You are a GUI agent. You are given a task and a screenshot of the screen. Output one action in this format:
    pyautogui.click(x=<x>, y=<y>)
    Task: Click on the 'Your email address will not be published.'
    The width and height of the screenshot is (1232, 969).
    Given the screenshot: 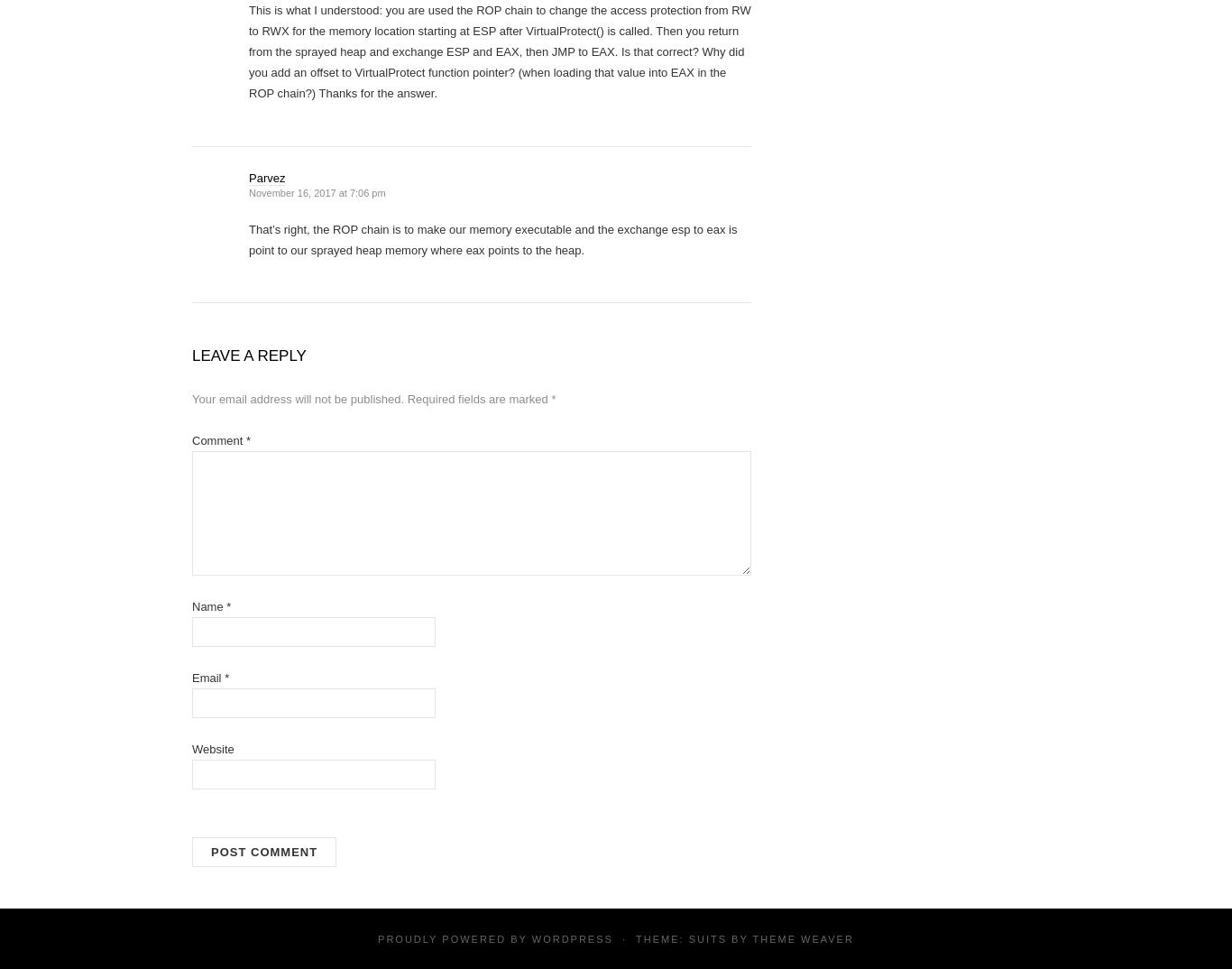 What is the action you would take?
    pyautogui.click(x=190, y=397)
    